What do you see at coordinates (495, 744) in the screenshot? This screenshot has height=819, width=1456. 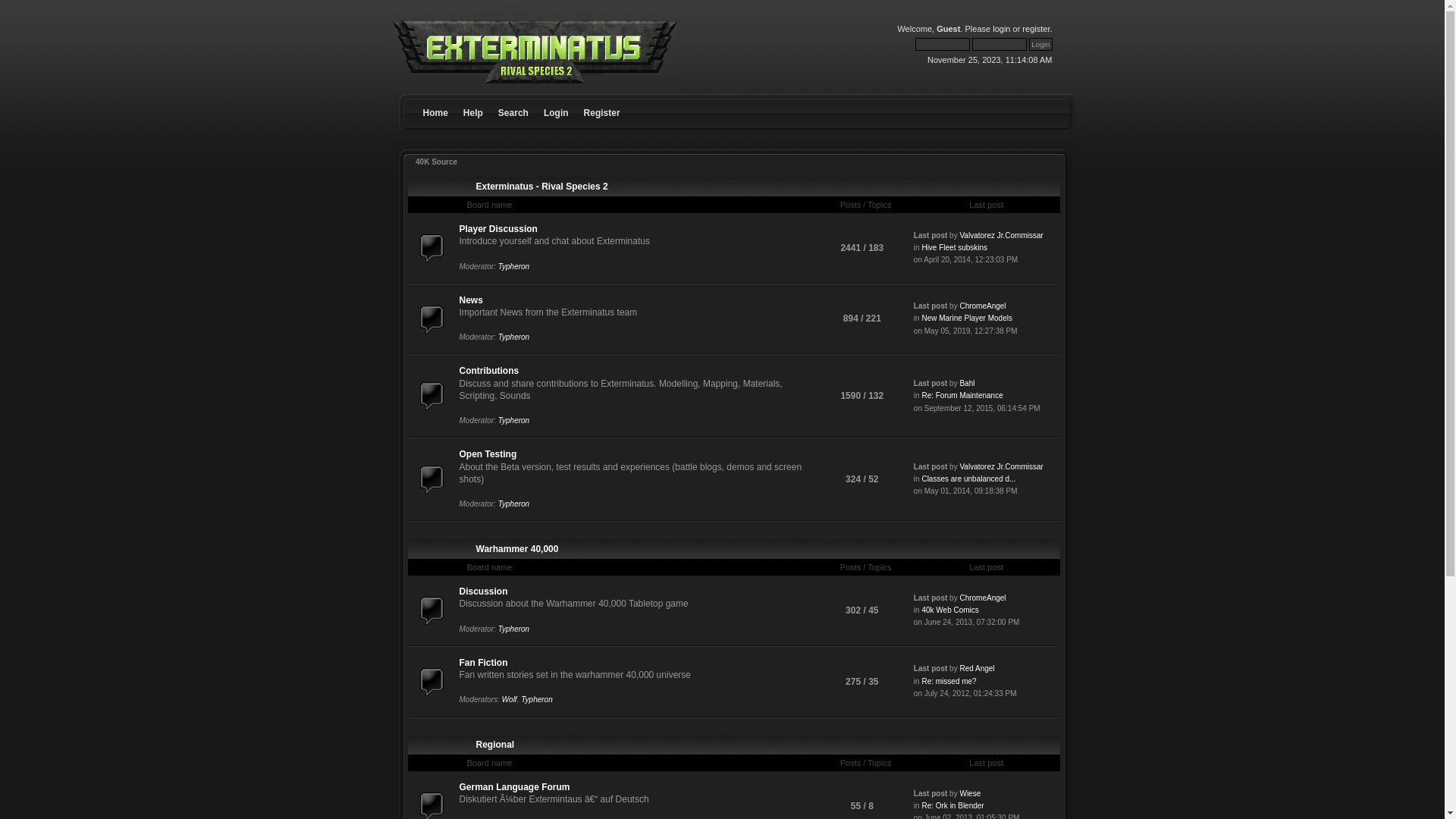 I see `'Regional'` at bounding box center [495, 744].